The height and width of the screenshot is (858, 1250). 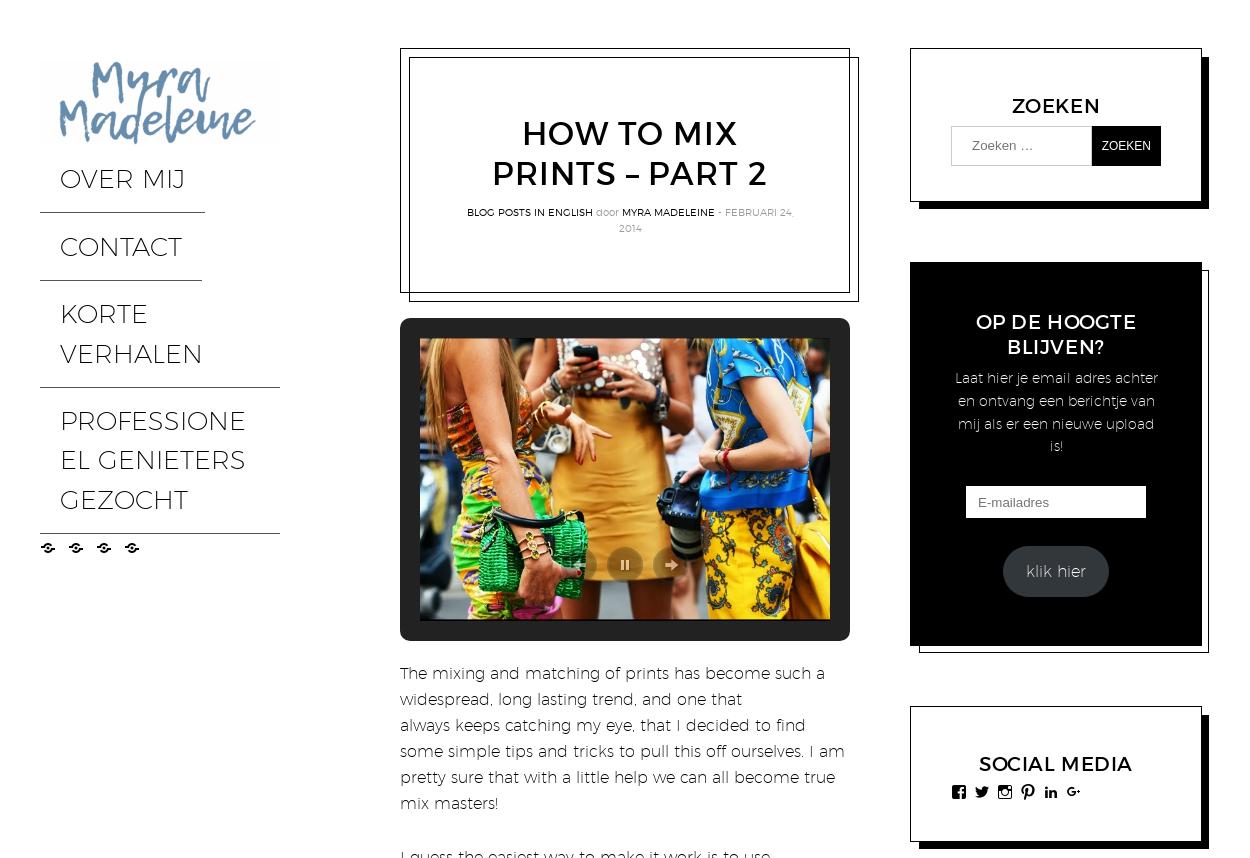 What do you see at coordinates (1011, 105) in the screenshot?
I see `'Zoeken'` at bounding box center [1011, 105].